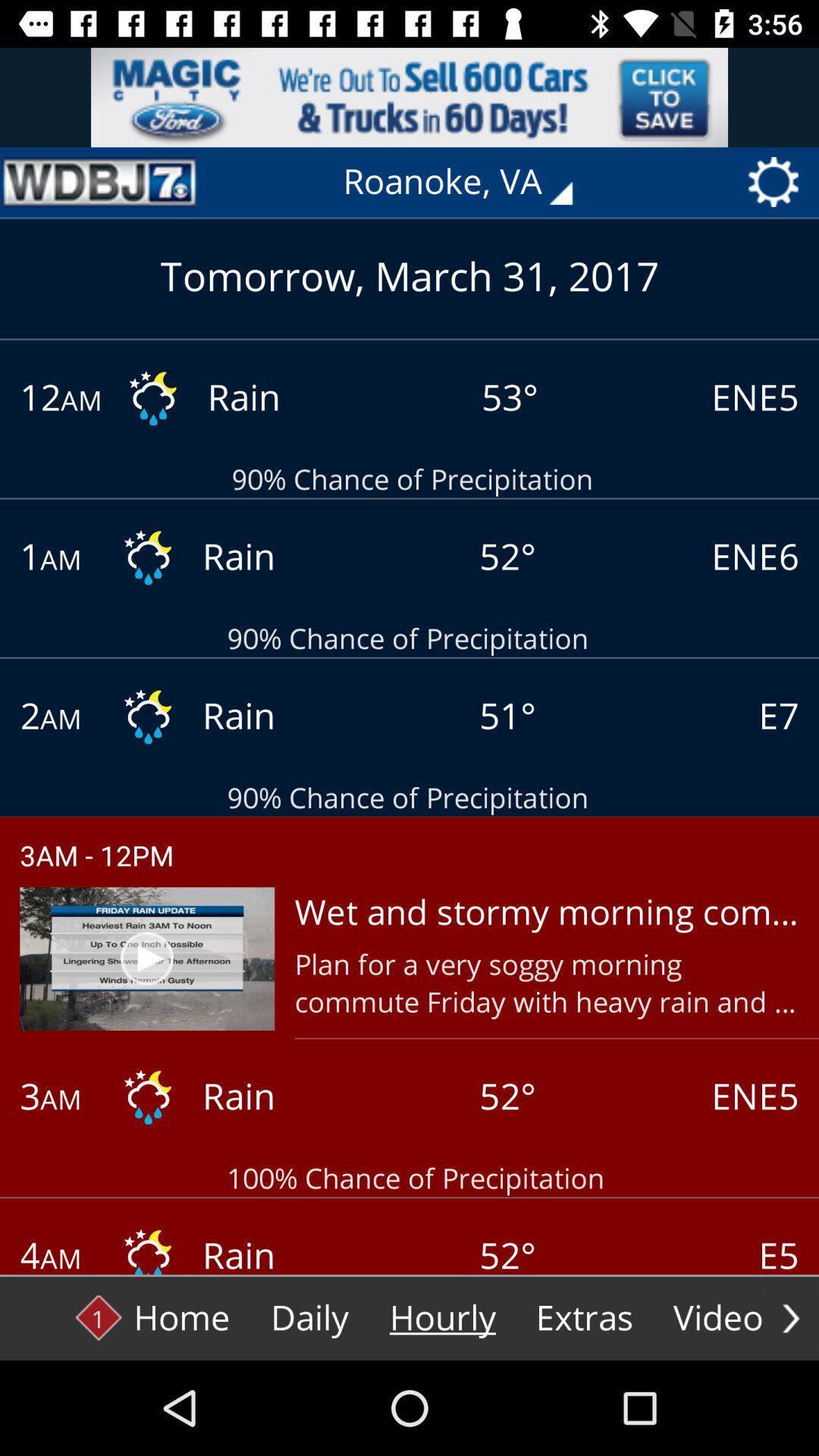  I want to click on the arrow_forward icon, so click(790, 1317).